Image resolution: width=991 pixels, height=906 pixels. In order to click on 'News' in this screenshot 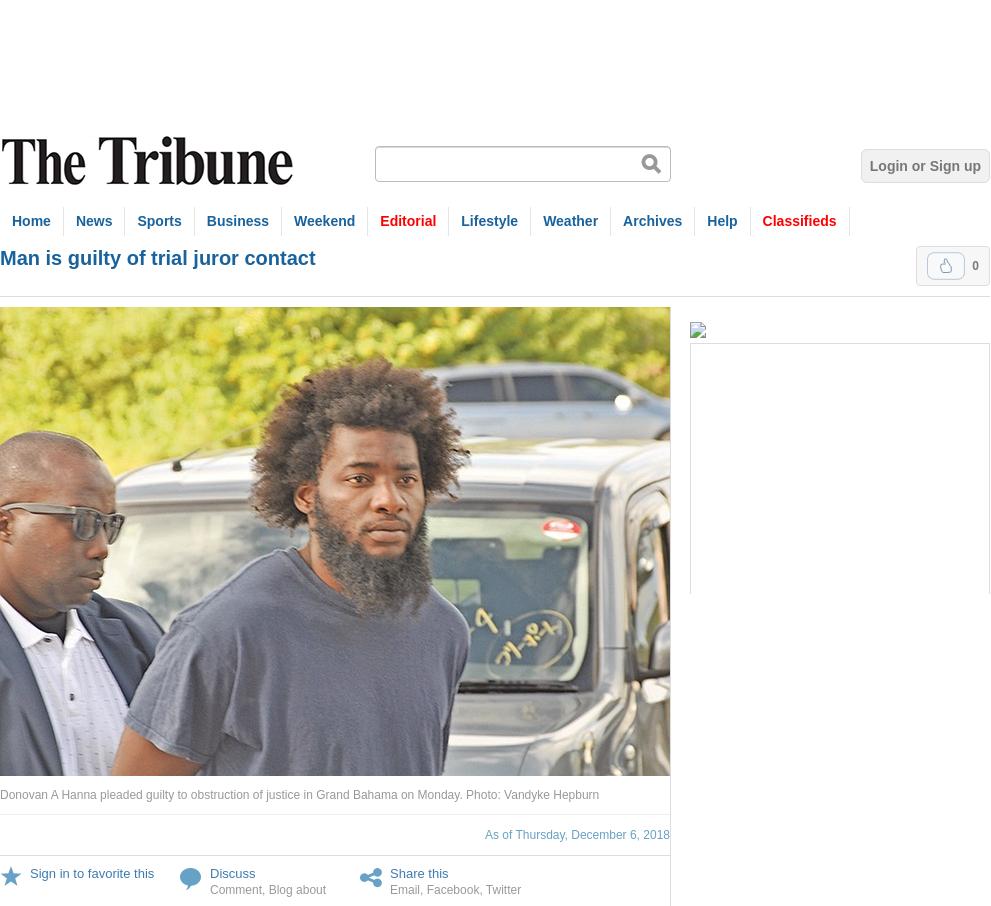, I will do `click(92, 219)`.